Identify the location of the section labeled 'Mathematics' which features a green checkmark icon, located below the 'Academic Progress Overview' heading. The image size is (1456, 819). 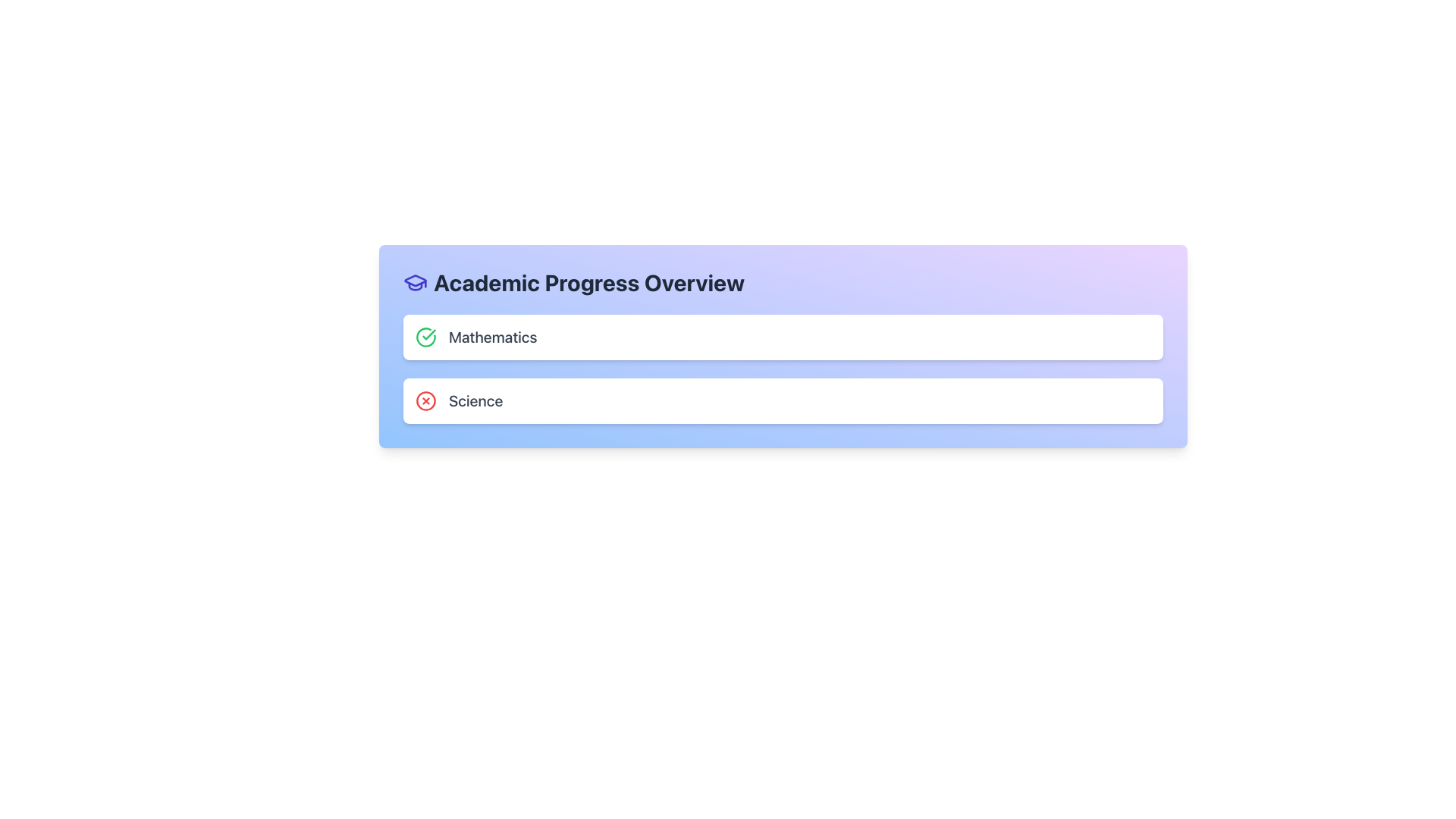
(783, 336).